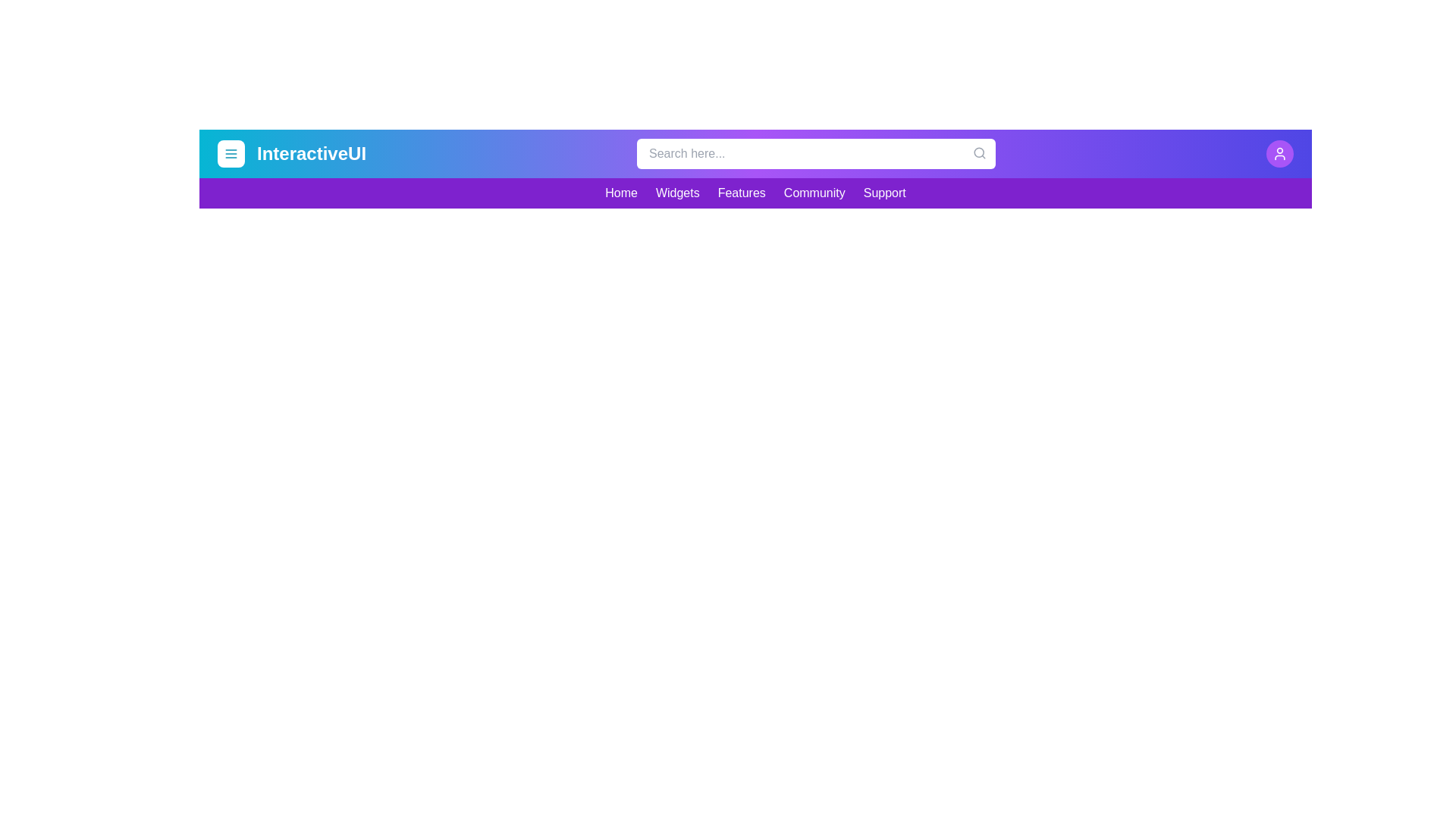  I want to click on the menu button to toggle the menu open or closed, so click(231, 154).